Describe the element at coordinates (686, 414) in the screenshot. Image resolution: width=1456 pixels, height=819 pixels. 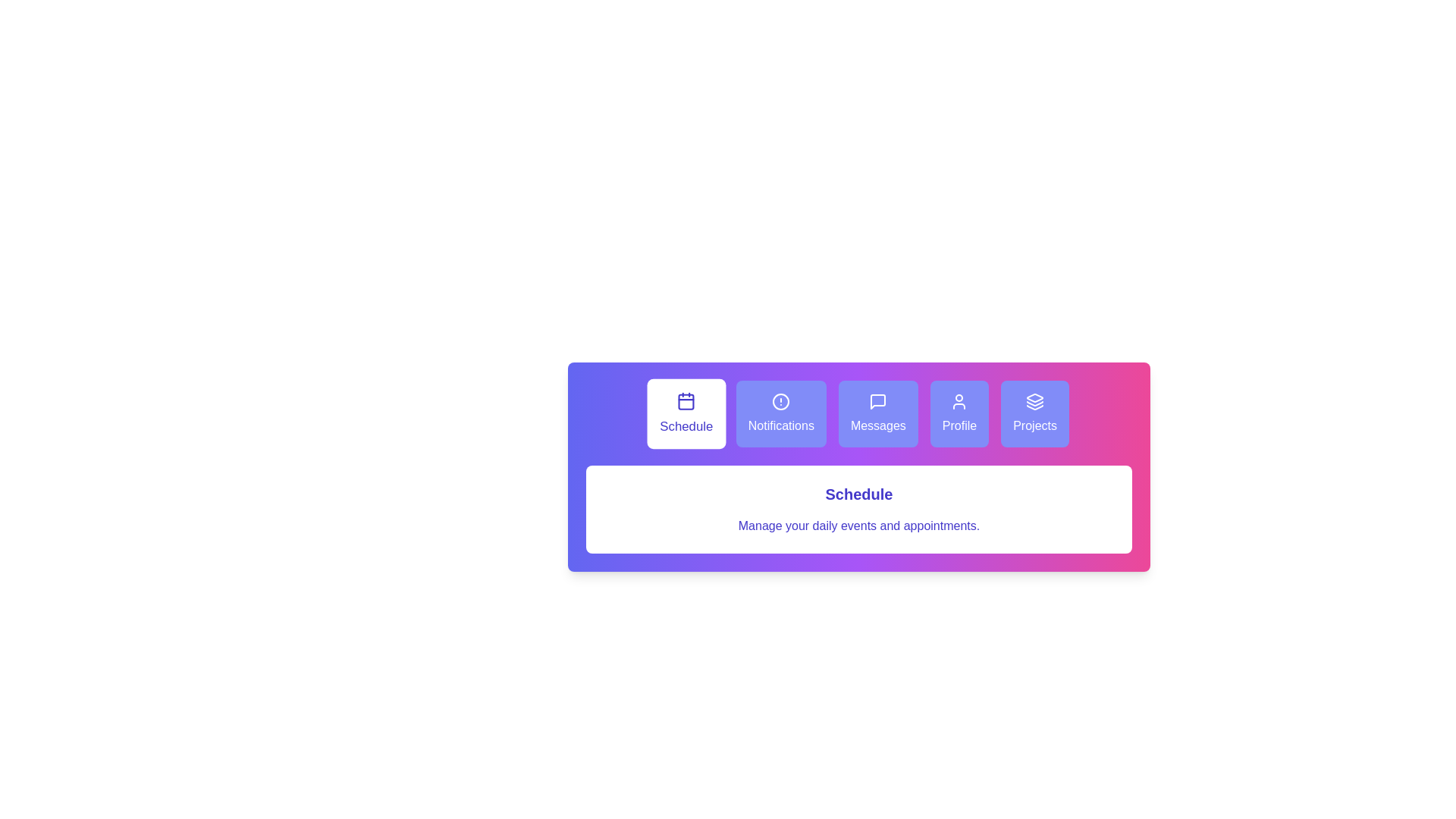
I see `the Schedule tab to switch to its content` at that location.